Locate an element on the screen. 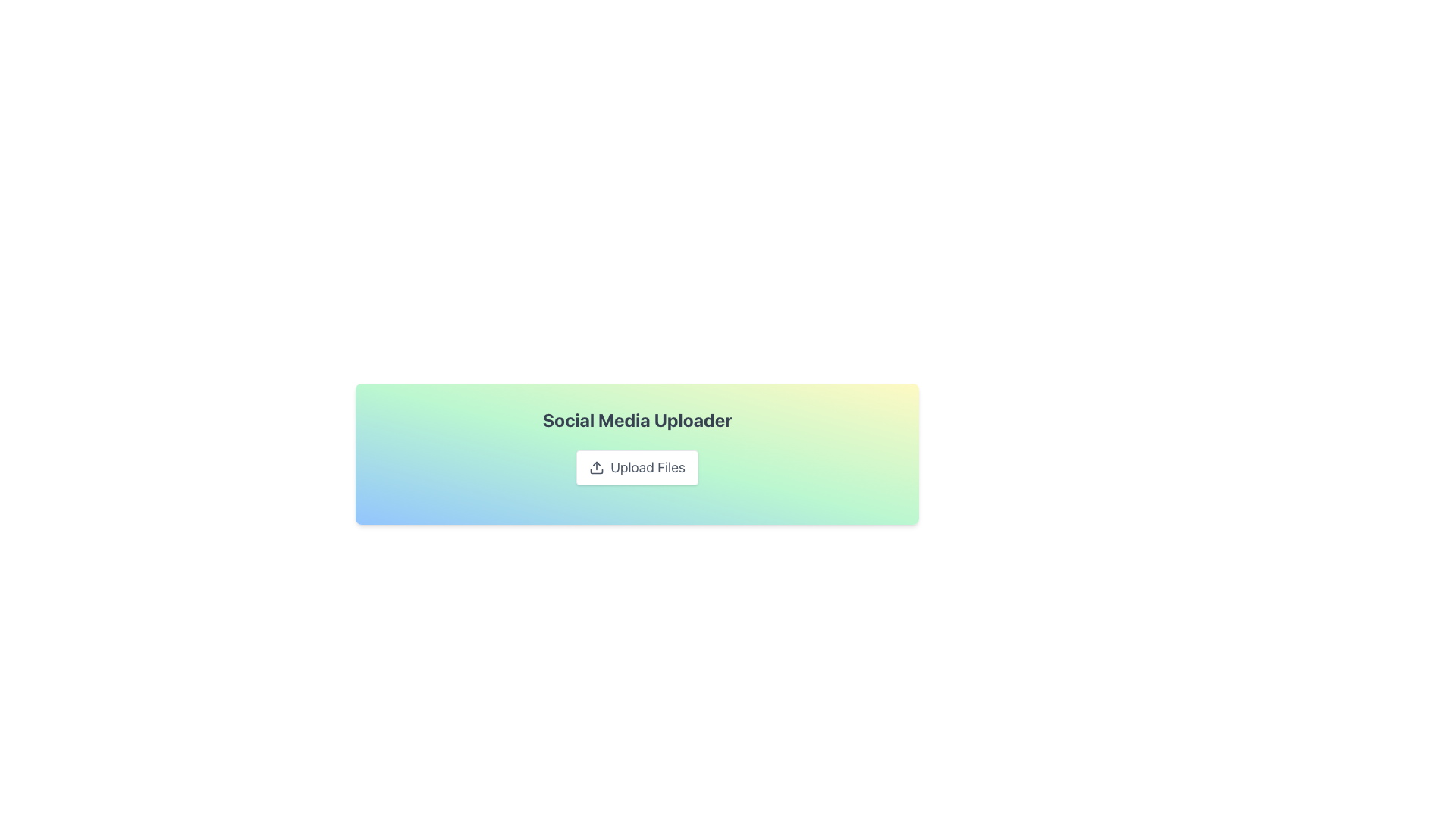 The height and width of the screenshot is (819, 1456). the 'Upload Files' button located within the 'Social Media Uploader' card, which features a gradient background and bold header text is located at coordinates (637, 453).